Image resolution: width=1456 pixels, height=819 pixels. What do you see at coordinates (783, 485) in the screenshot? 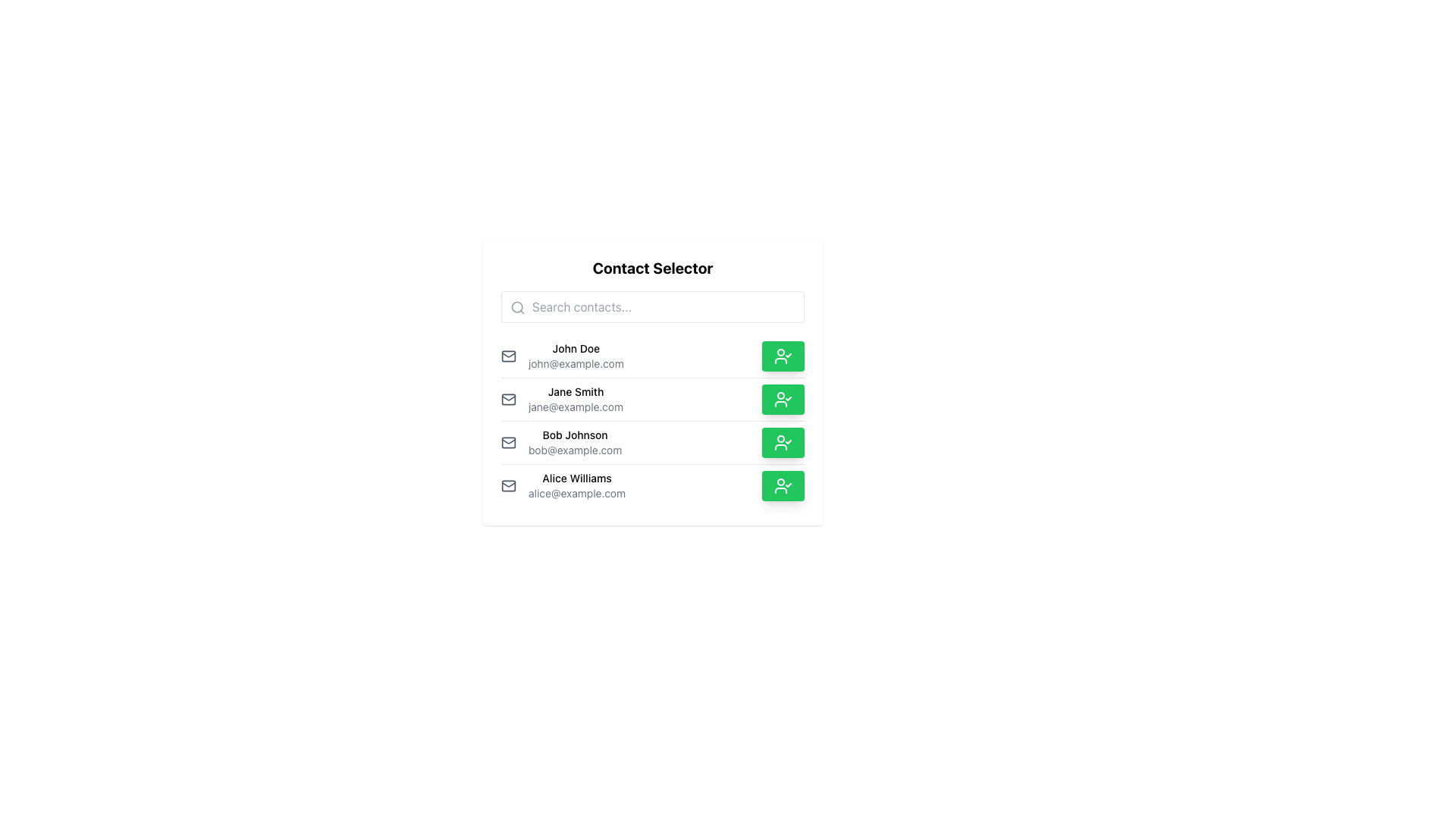
I see `the fourth green rectangular button with a rounded border that contains a white outlined user icon with a checkmark, located in the contact list next to 'Alice Williams' and 'alice@example.com'` at bounding box center [783, 485].